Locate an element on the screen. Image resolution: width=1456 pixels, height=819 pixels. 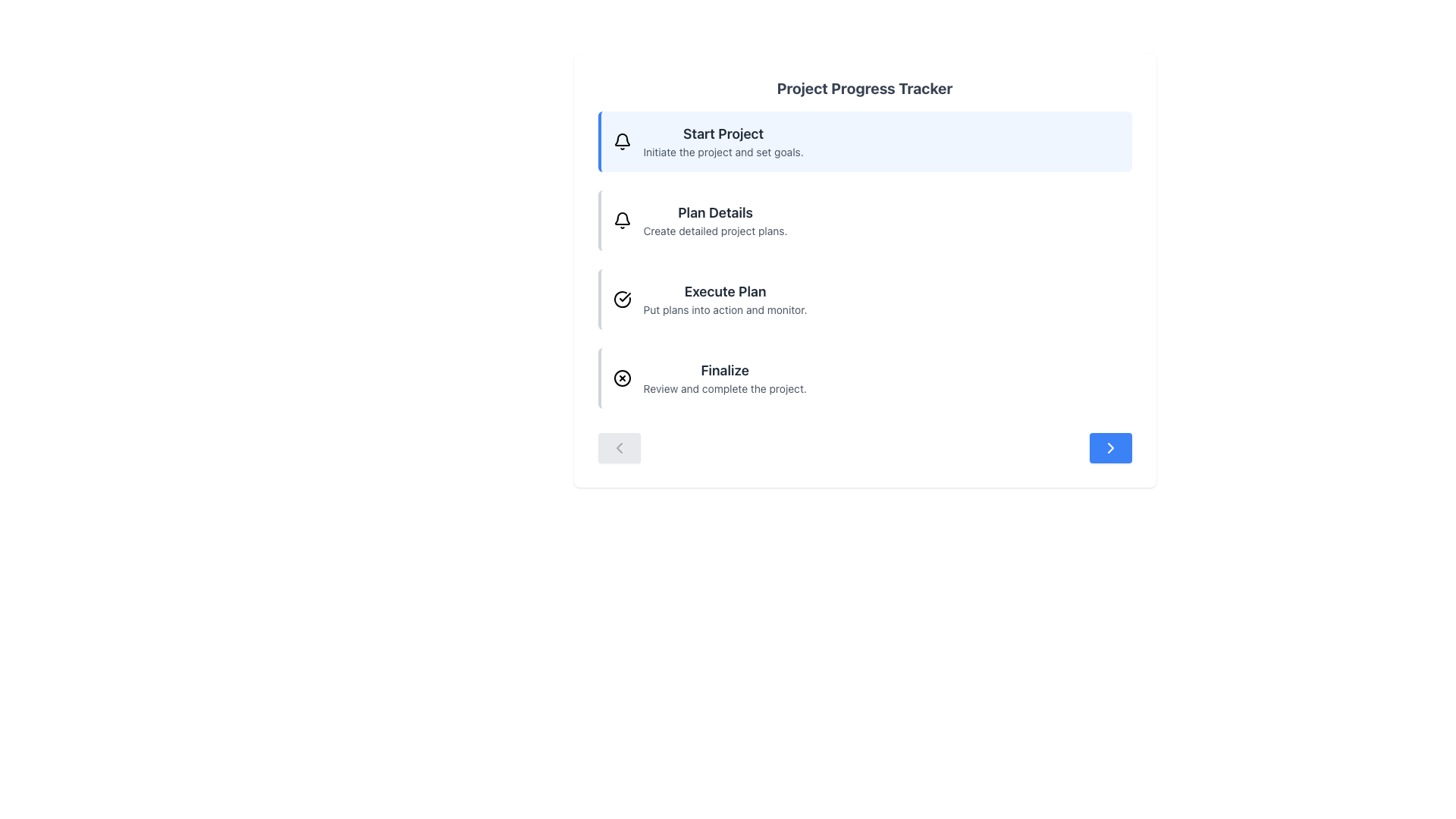
the notification icon located to the left of the 'Start Project' text, which represents notifications or alerts for the section is located at coordinates (622, 141).